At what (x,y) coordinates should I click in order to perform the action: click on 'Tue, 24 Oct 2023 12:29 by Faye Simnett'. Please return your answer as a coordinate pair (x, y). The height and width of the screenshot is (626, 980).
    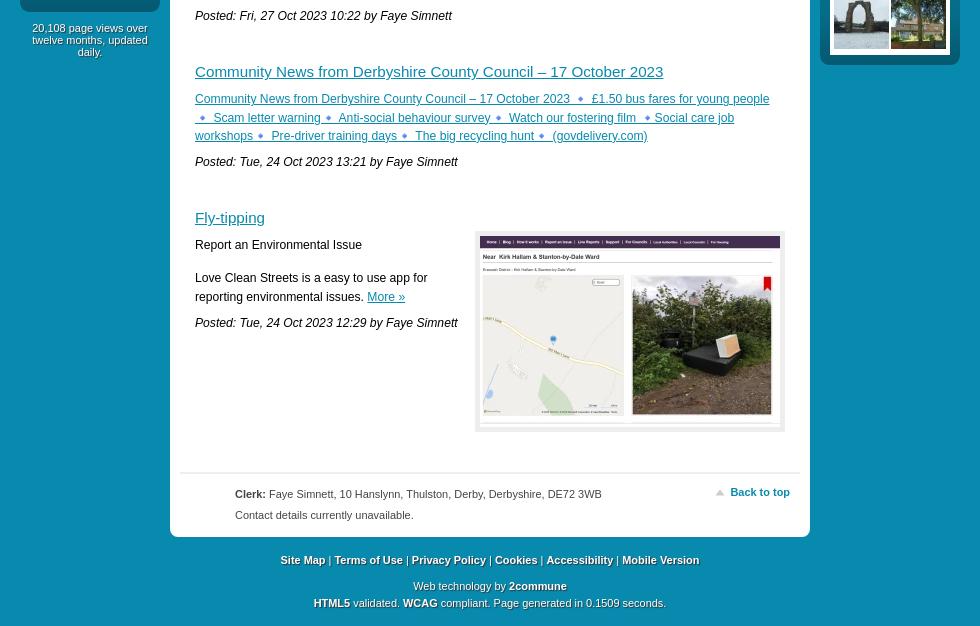
    Looking at the image, I should click on (347, 321).